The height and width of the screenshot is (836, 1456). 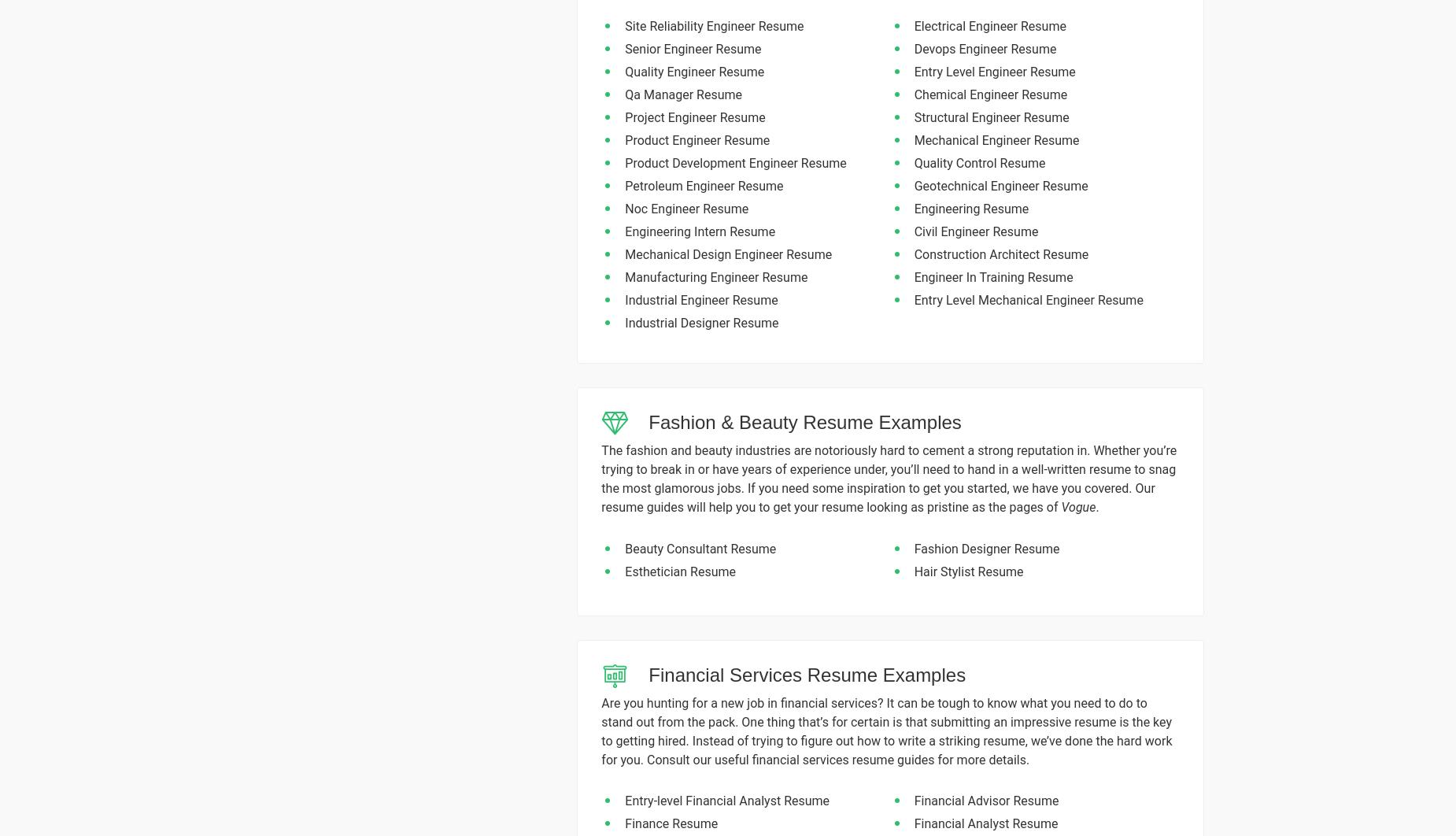 What do you see at coordinates (885, 730) in the screenshot?
I see `'Are you hunting for a new job in financial services? It can be tough to know what you need to do to stand out from the pack. One thing that’s for certain is that submitting an impressive resume is the key to getting hired. Instead of trying to figure out how to write a striking resume, we’ve done the hard work for you. Consult our useful financial services resume guides for more details.'` at bounding box center [885, 730].